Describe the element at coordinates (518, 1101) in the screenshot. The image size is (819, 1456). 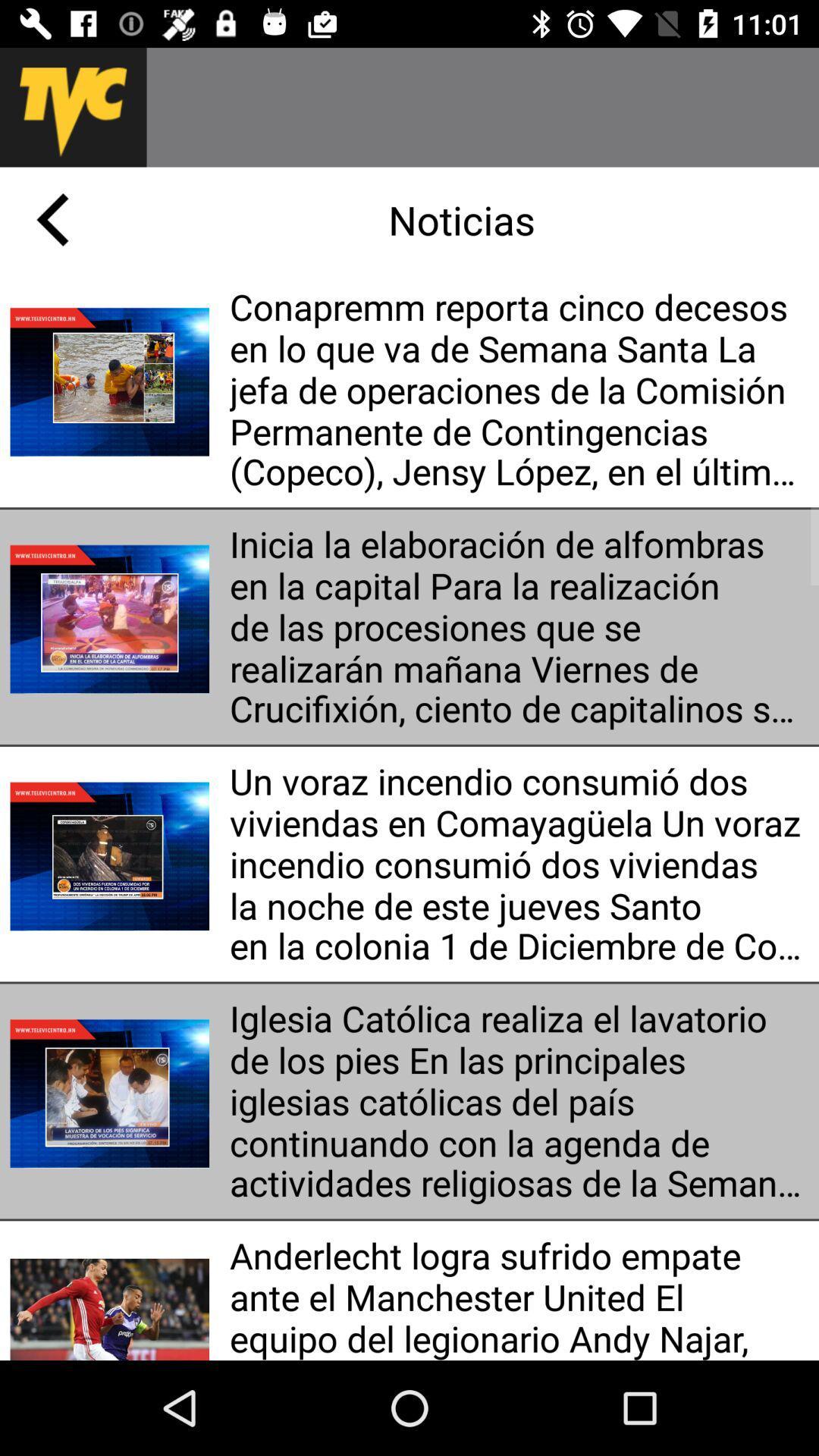
I see `icon below the un voraz incendio app` at that location.